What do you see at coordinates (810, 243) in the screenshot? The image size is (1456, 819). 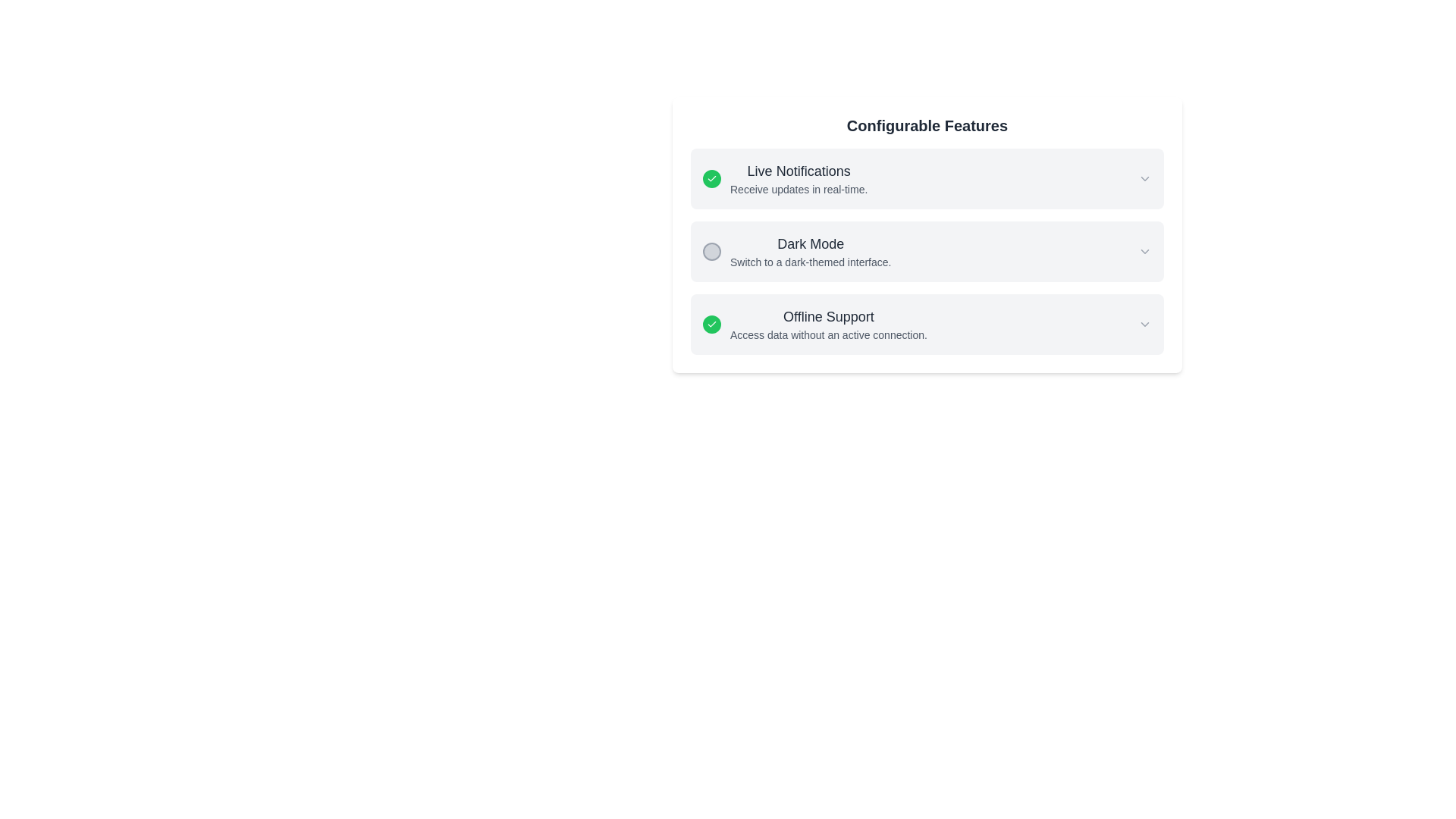 I see `the label that serves as the title for the configuration option, located above the description text 'Switch to a dark-themed interface.' in the second section of the settings list` at bounding box center [810, 243].